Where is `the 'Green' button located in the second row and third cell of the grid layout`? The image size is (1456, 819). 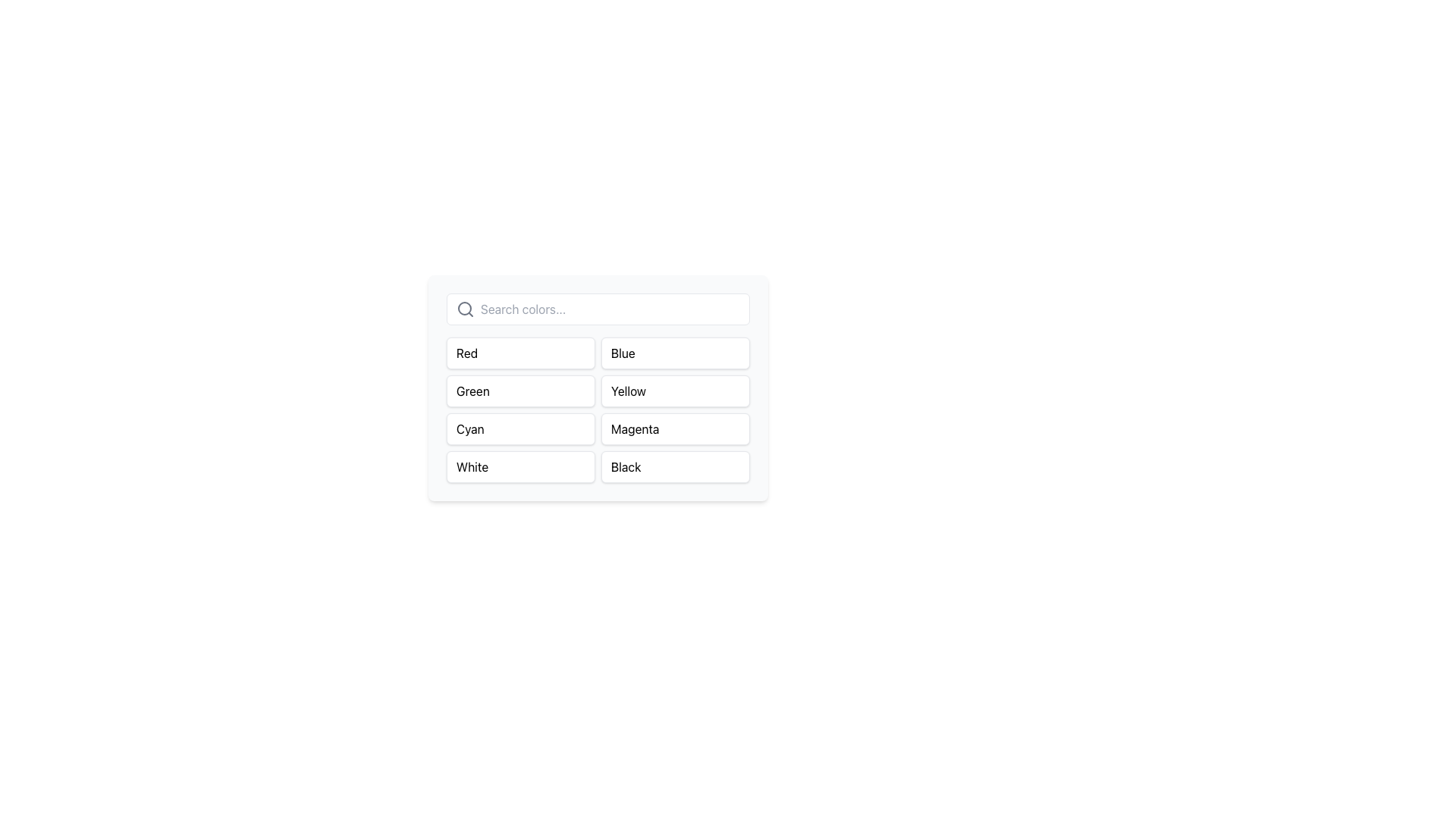
the 'Green' button located in the second row and third cell of the grid layout is located at coordinates (520, 391).